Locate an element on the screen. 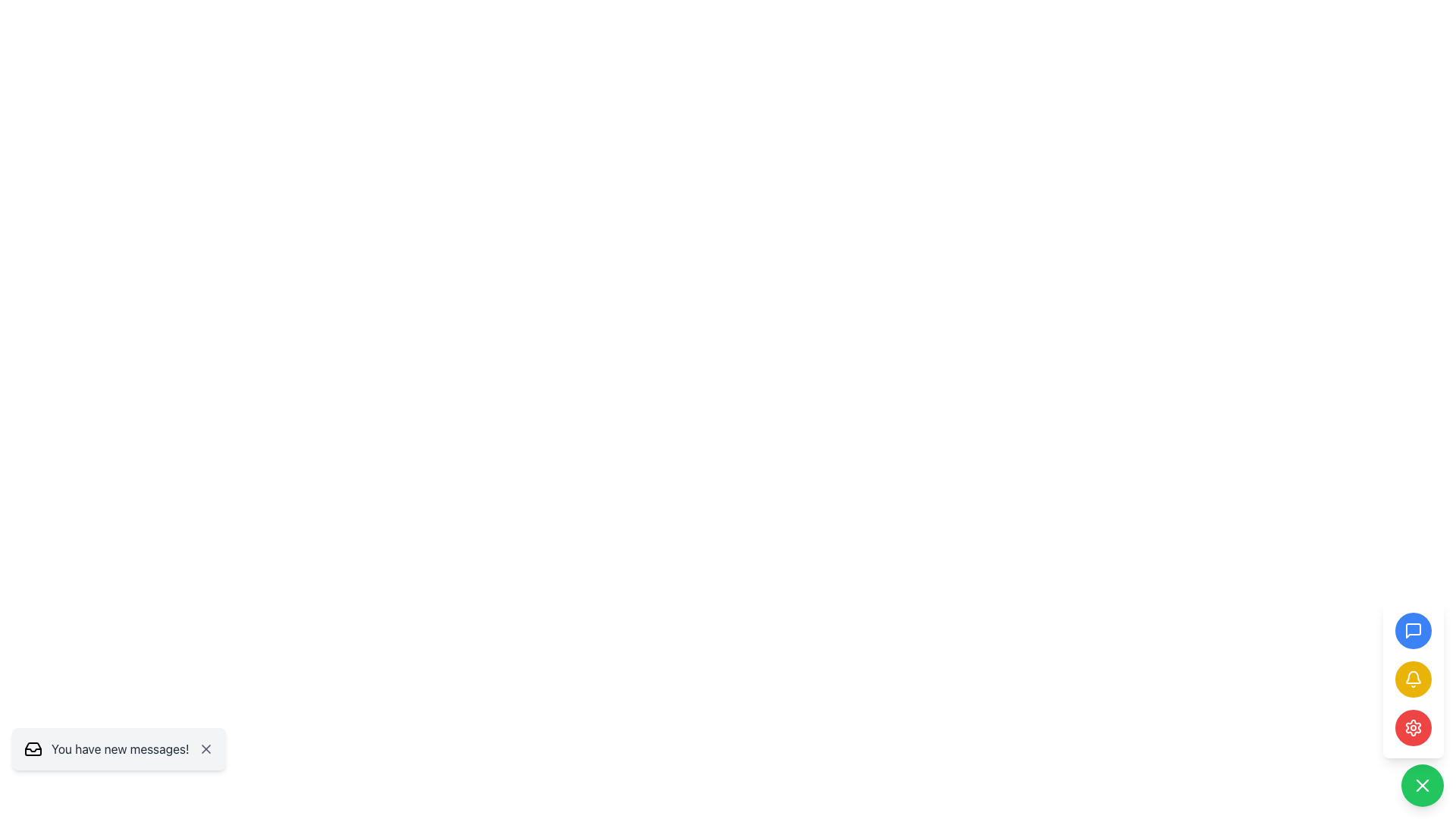 The height and width of the screenshot is (819, 1456). the bottom-right circular button in the vertical set of action buttons is located at coordinates (1422, 785).